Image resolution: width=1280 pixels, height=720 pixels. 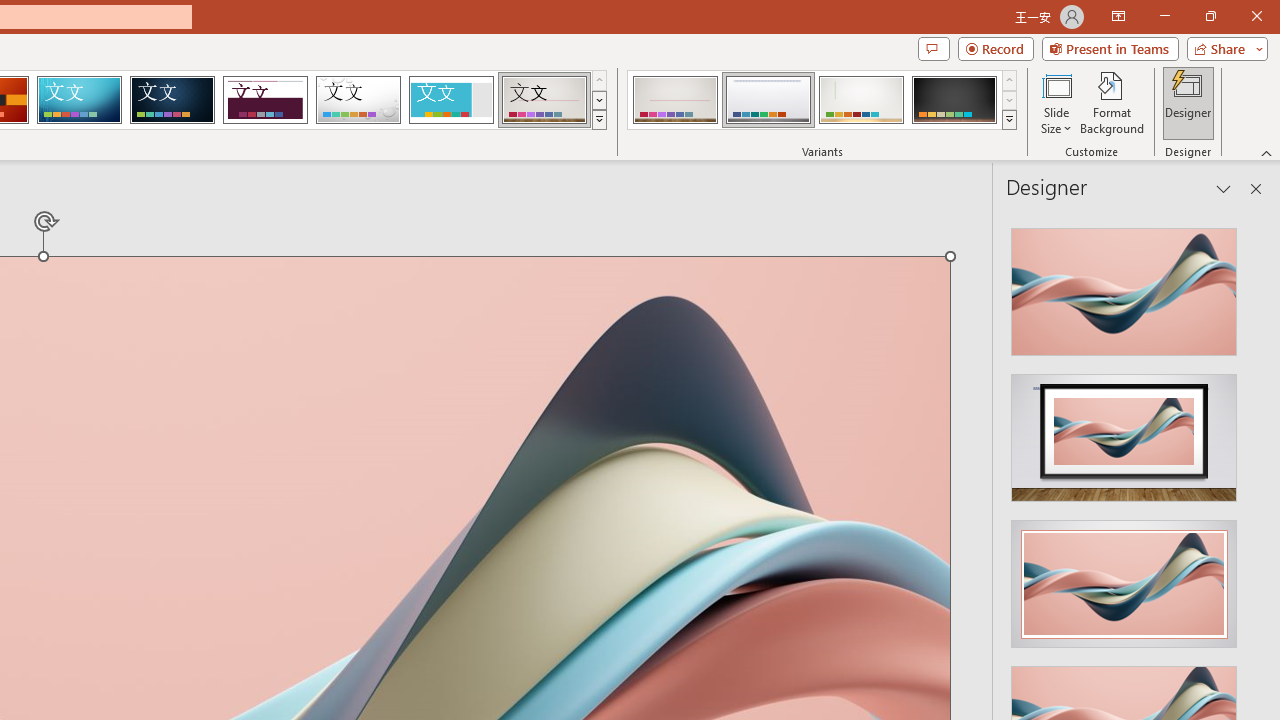 What do you see at coordinates (675, 100) in the screenshot?
I see `'Gallery Variant 1'` at bounding box center [675, 100].